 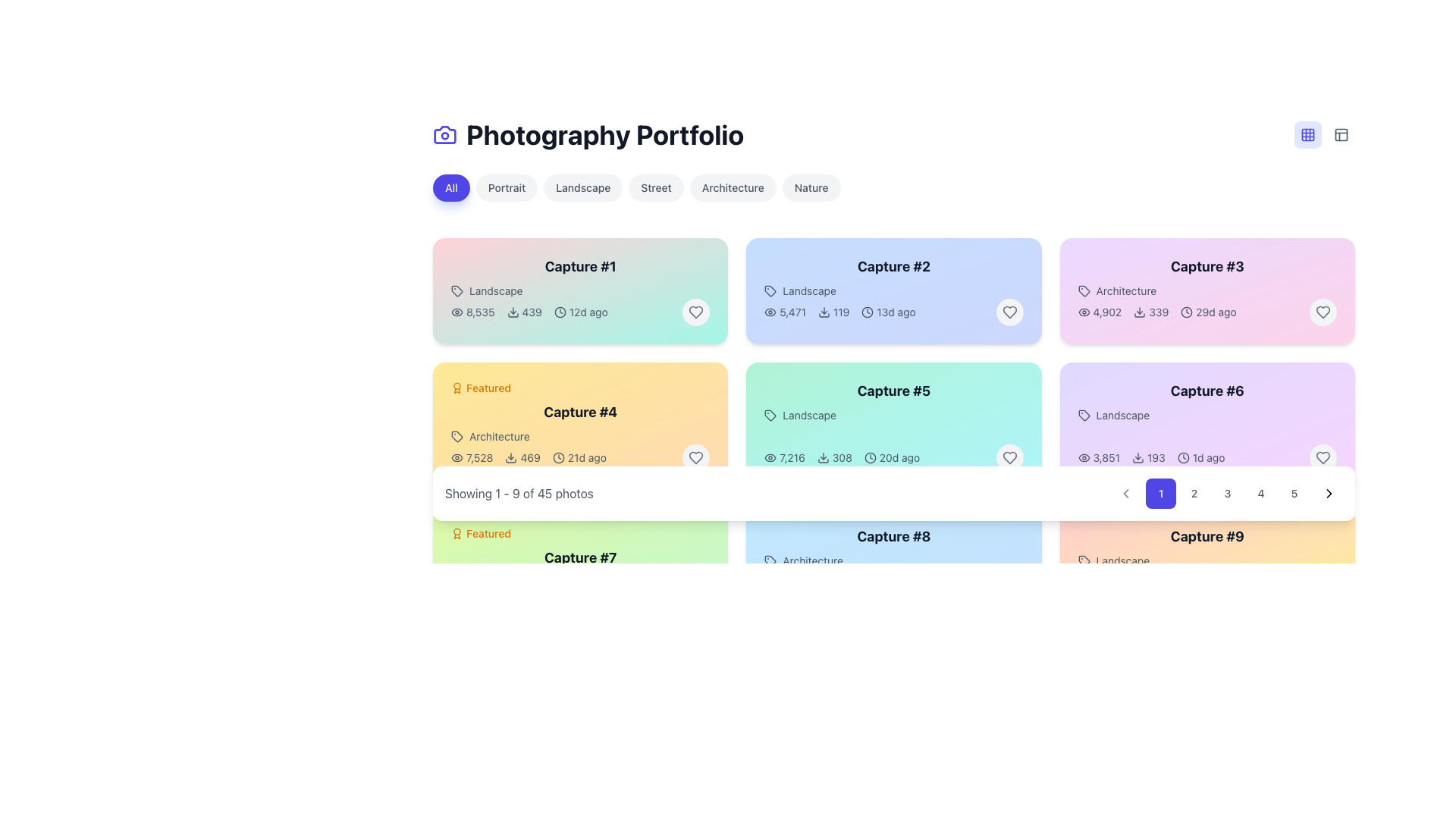 I want to click on the numeric label displaying '7,216' next to the 'eye' icon in the lower section of the card labeled 'Capture #5', so click(x=785, y=457).